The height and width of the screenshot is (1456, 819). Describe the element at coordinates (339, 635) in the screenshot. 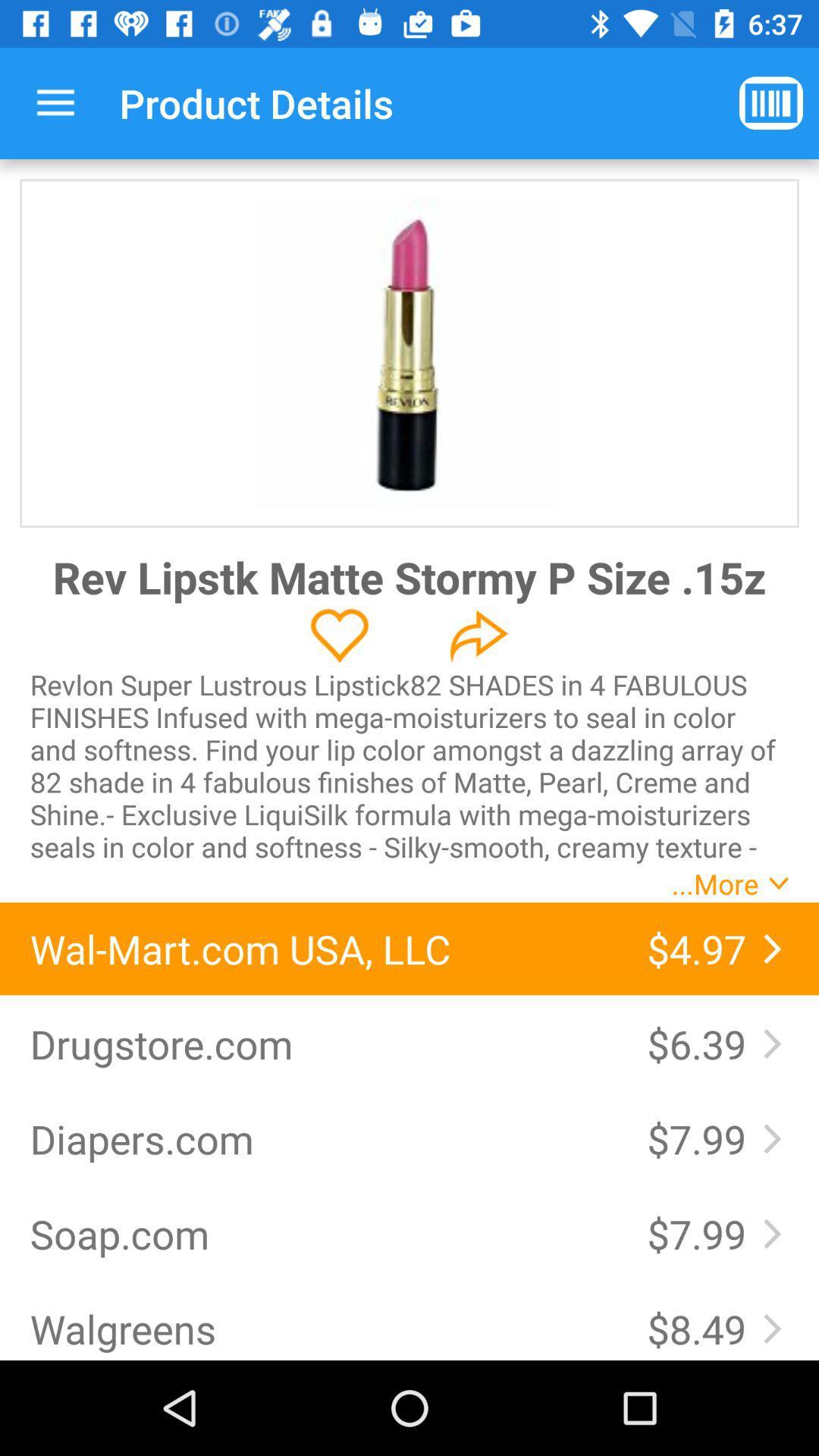

I see `wishlist the article` at that location.